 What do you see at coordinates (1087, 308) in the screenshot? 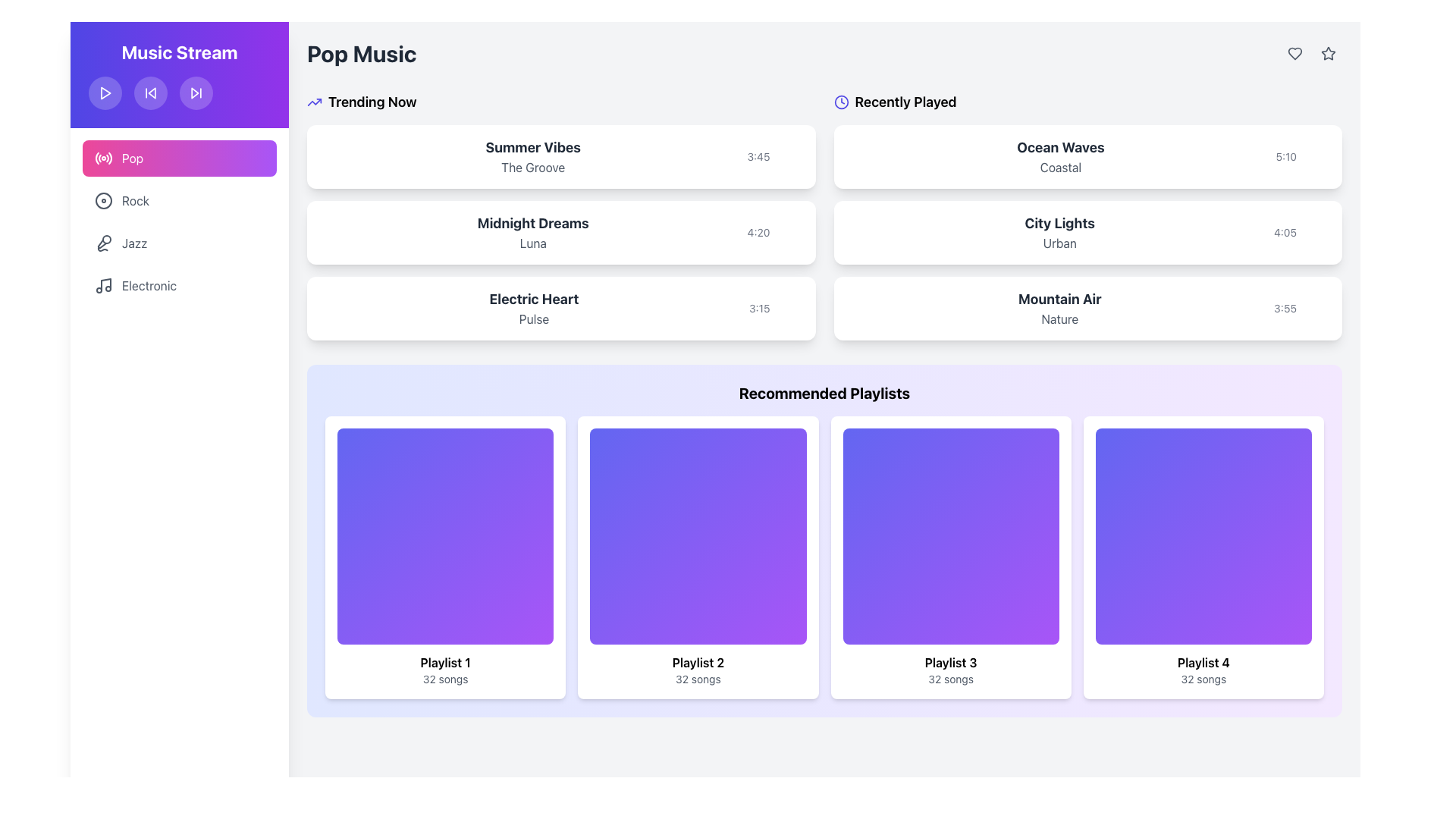
I see `the clickable interactive card for the track 'Mountain Air' in the 'Recently Played' section` at bounding box center [1087, 308].